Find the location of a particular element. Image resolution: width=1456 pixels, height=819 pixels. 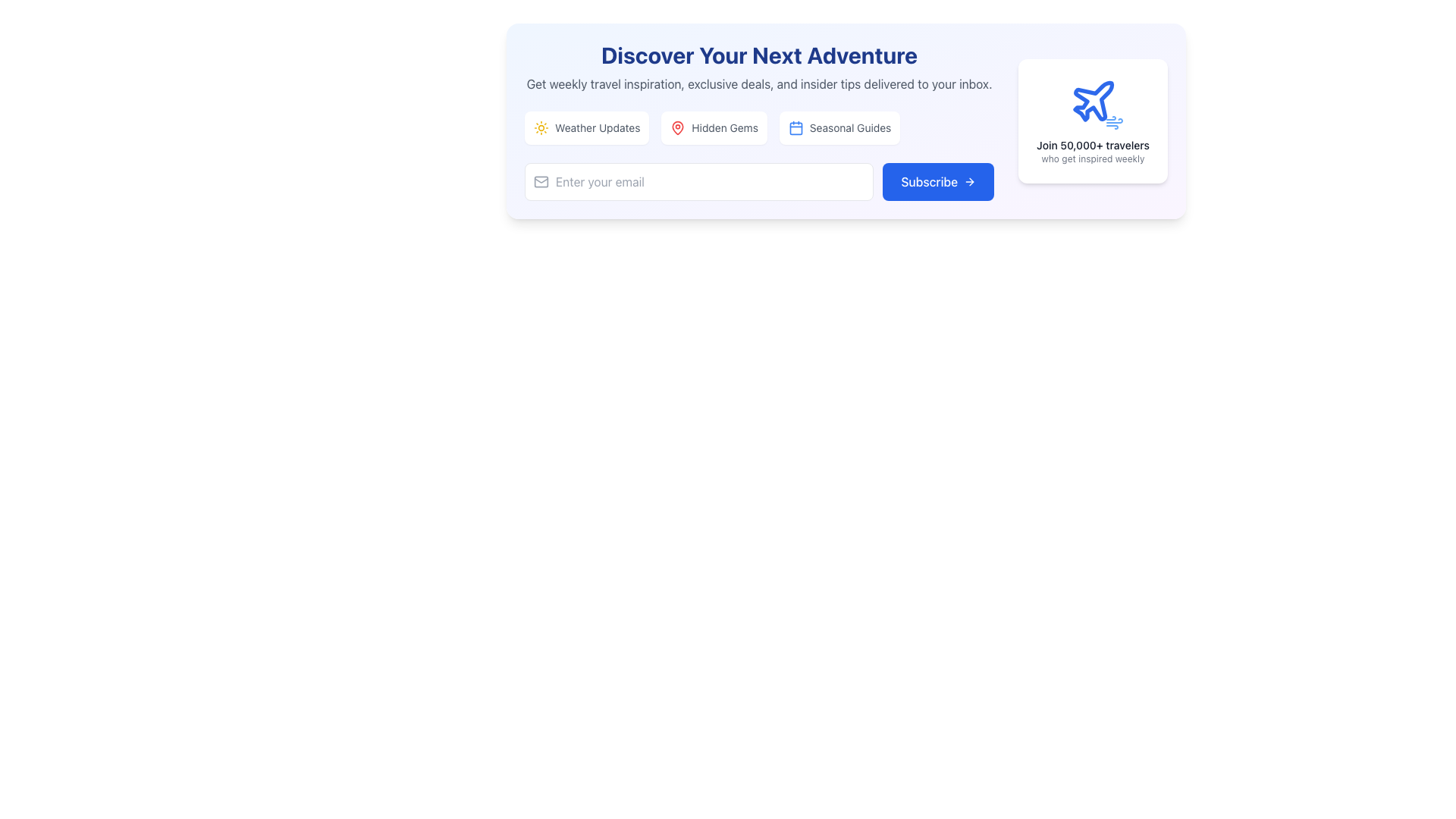

the small gray envelope icon located to the left of the text input field, which has a modern design and rounded edges is located at coordinates (541, 180).